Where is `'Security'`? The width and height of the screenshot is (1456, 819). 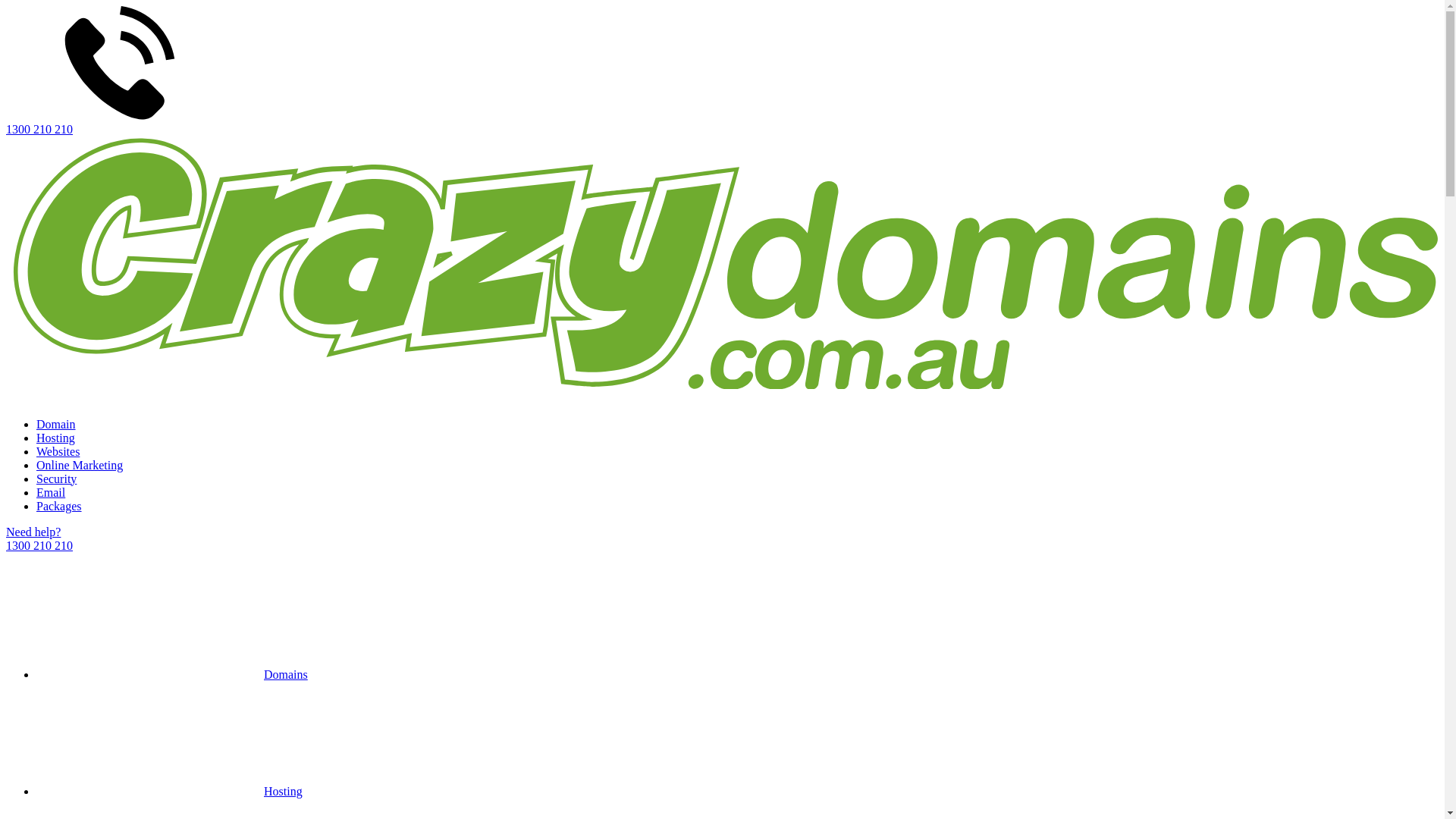 'Security' is located at coordinates (56, 479).